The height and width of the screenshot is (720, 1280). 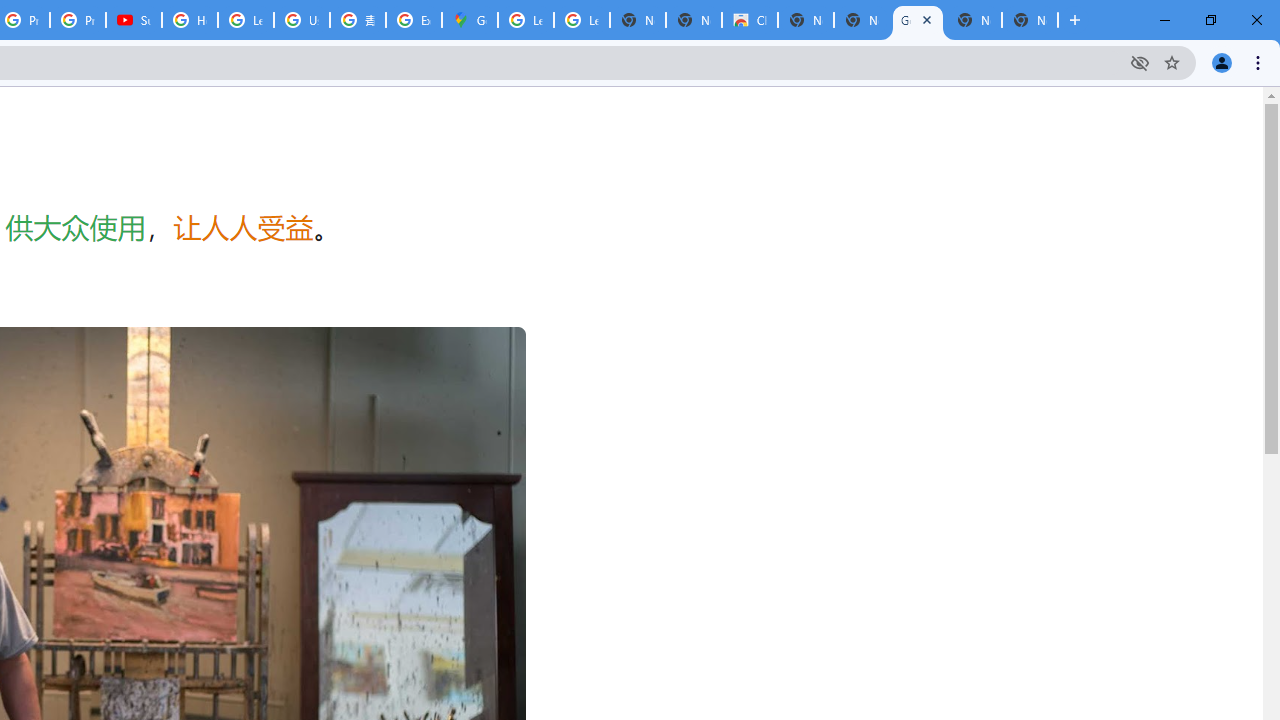 I want to click on 'Google Maps', so click(x=468, y=20).